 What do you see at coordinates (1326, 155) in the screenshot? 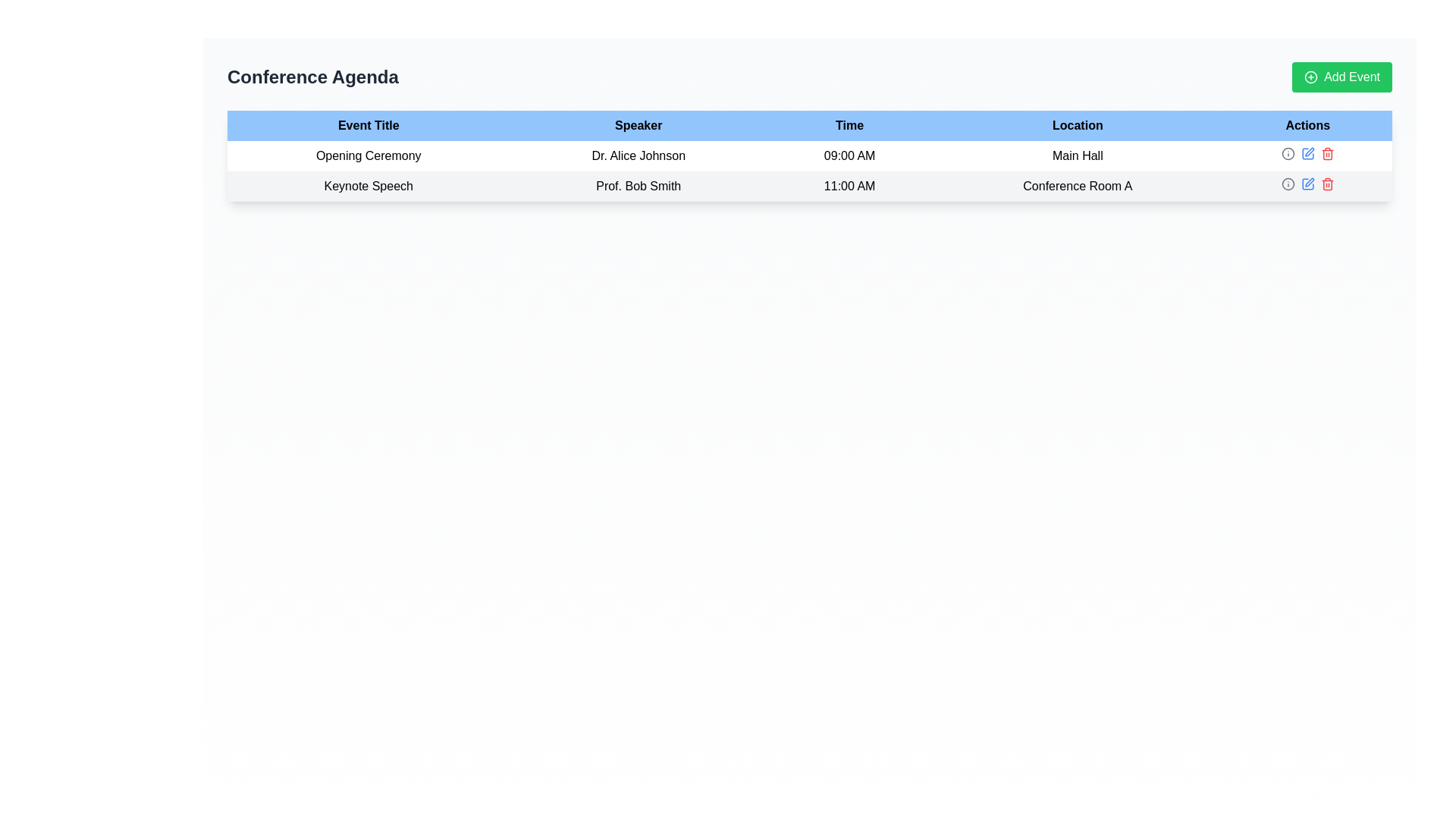
I see `the vertical rectangle with a rounded bottom edge inside the trash can icon, which represents the delete functionality in the 'Actions' column of the second row corresponding to the 'Keynote Speech' entry` at bounding box center [1326, 155].